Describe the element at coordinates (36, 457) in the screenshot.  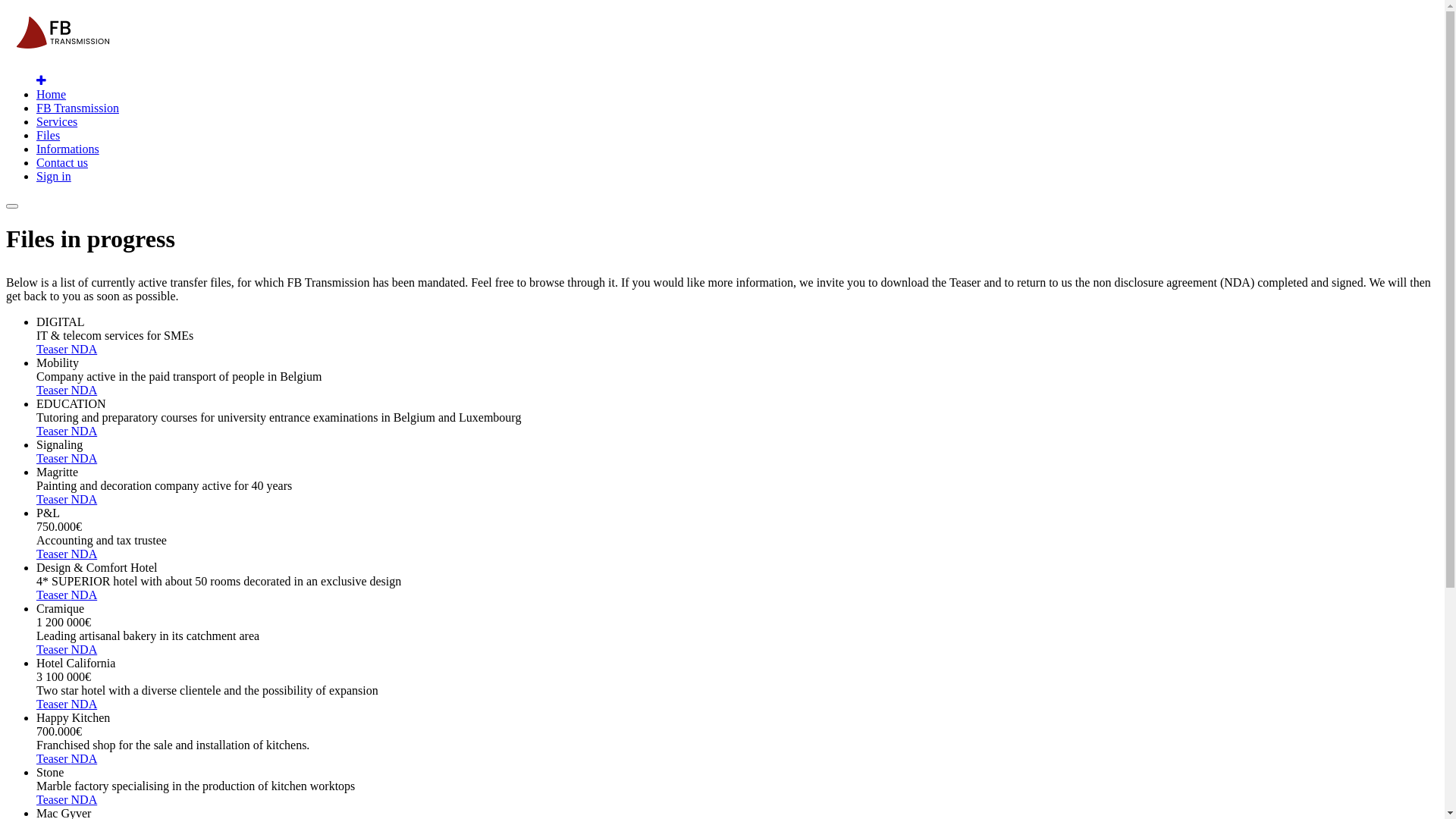
I see `'Teaser'` at that location.